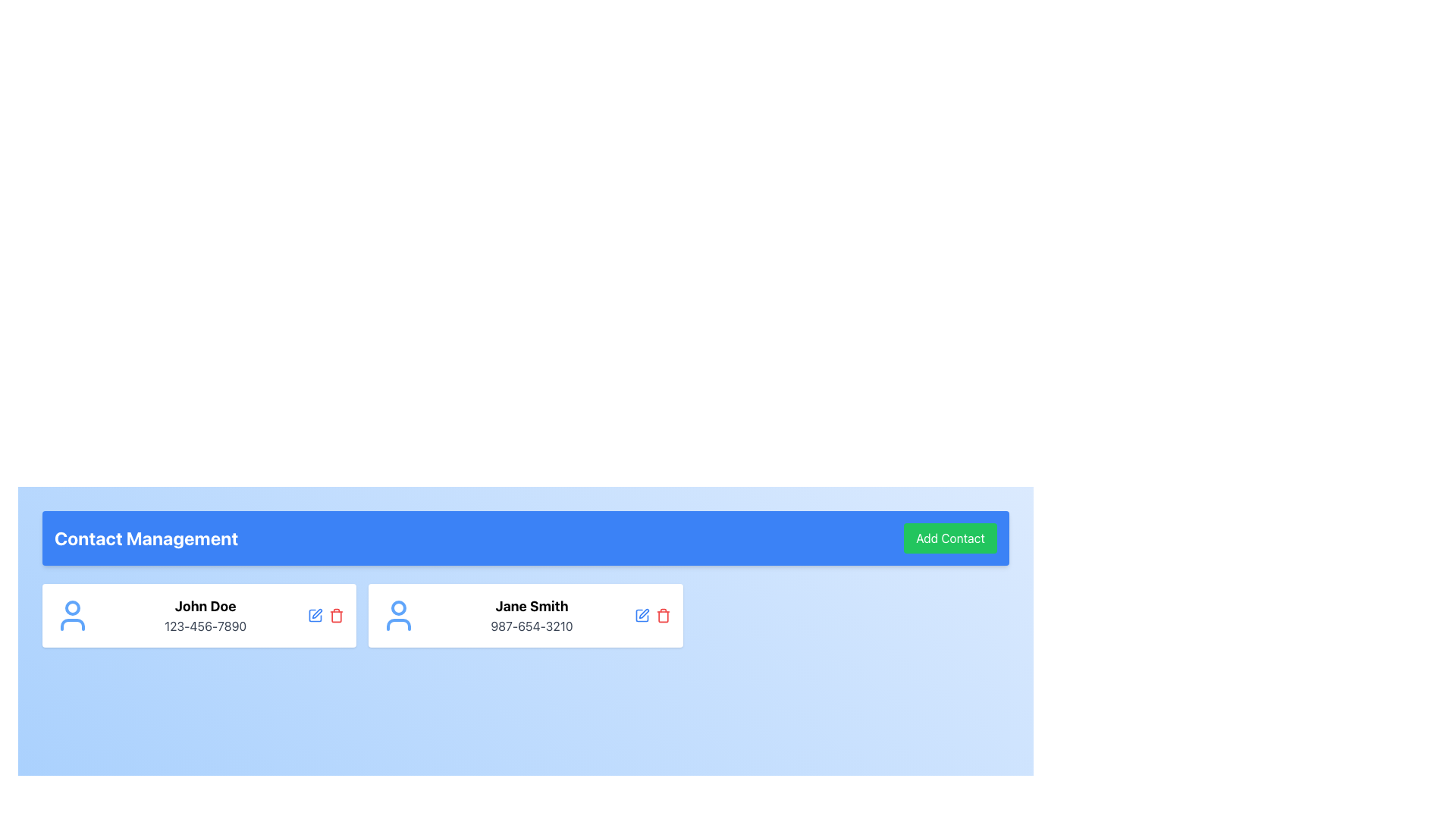 The image size is (1456, 819). Describe the element at coordinates (72, 607) in the screenshot. I see `the SVG Circle icon representing the user avatar for 'John Doe', located in the top-left area of the contact details card` at that location.